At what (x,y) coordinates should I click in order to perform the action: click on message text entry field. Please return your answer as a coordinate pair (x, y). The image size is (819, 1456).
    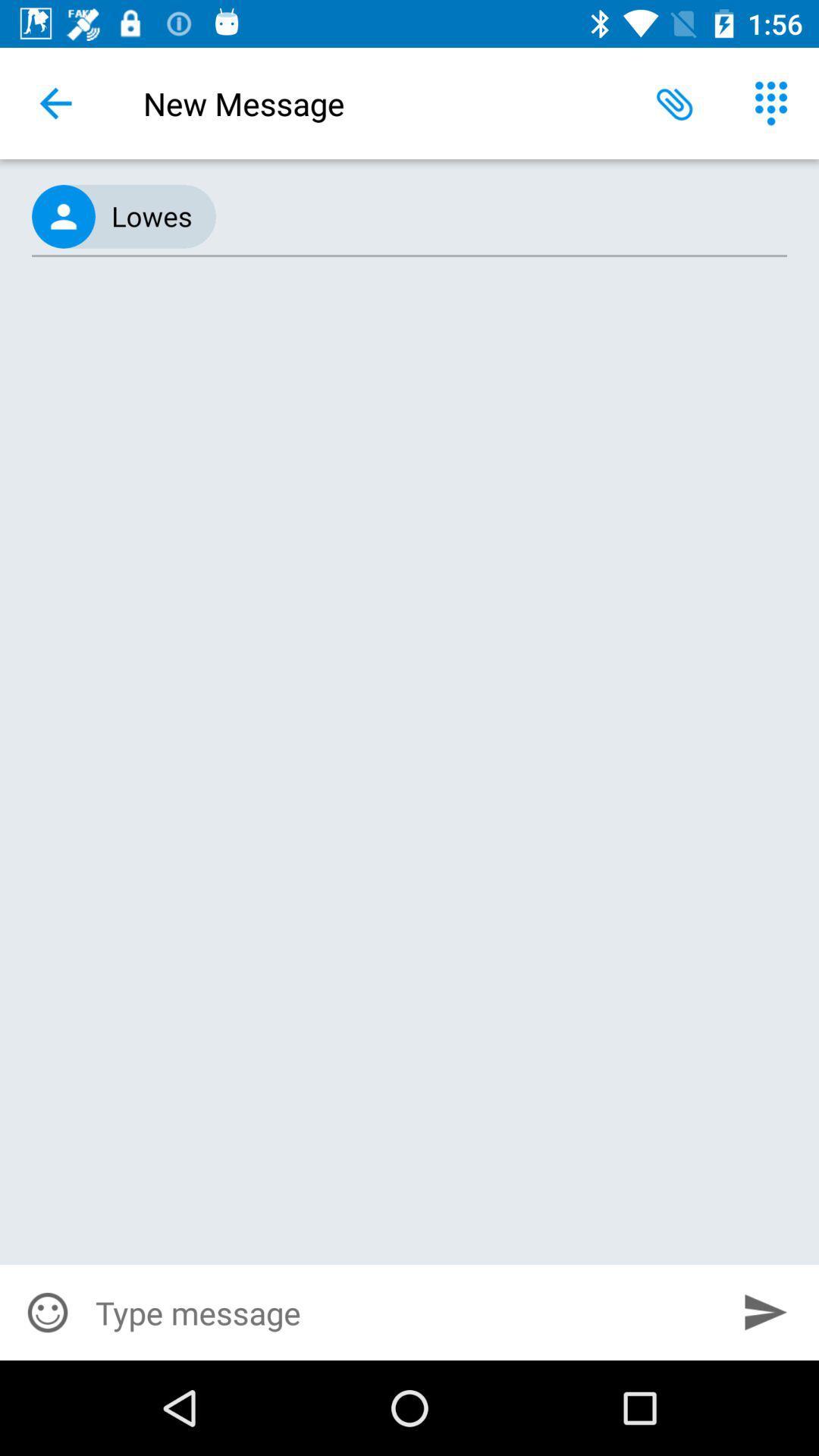
    Looking at the image, I should click on (403, 1312).